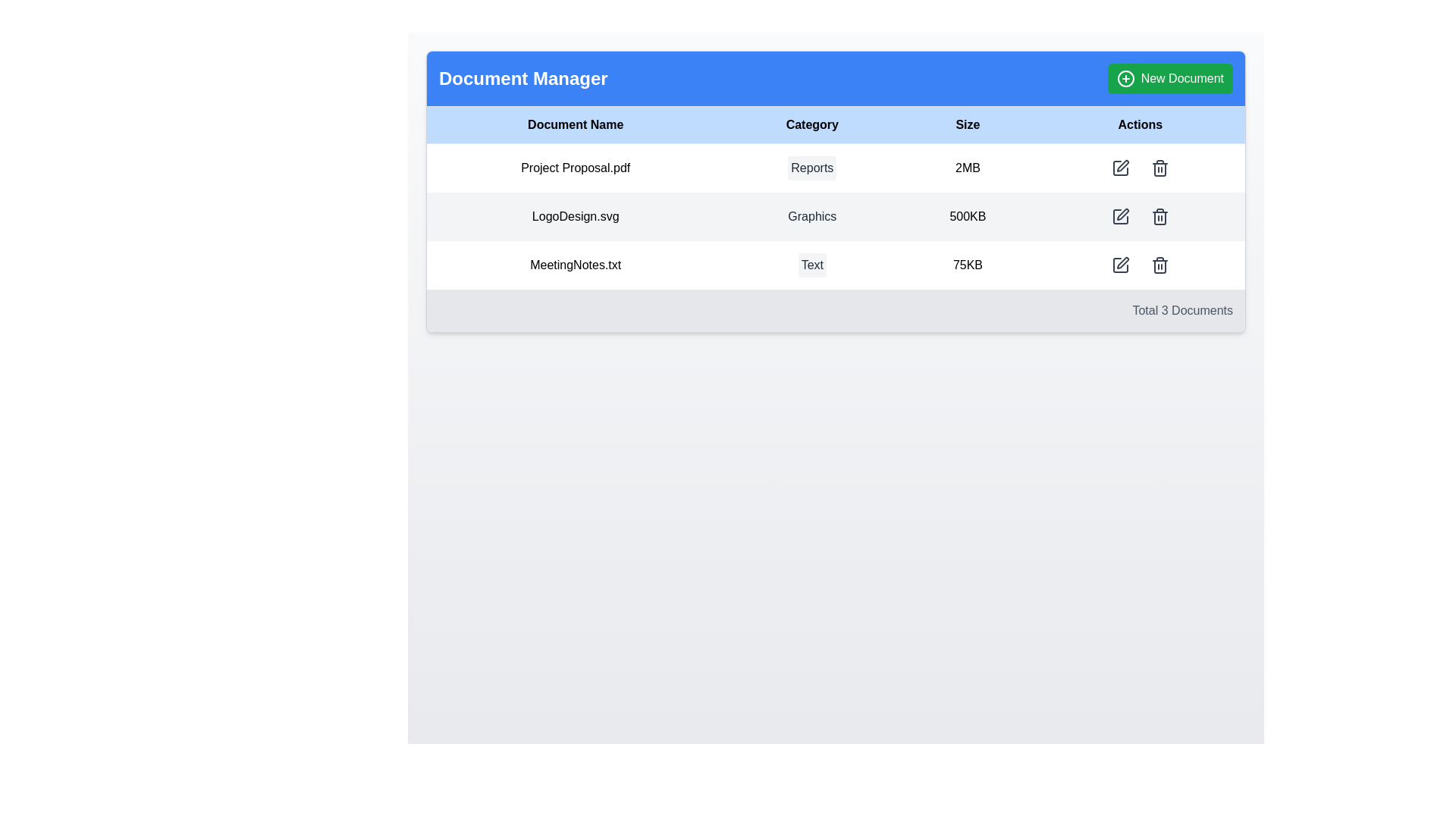 The height and width of the screenshot is (819, 1456). I want to click on the text label displaying the file size of 'Project Proposal.pdf' located in the third column under the 'Size' heading of the first row in the main content table, so click(967, 168).